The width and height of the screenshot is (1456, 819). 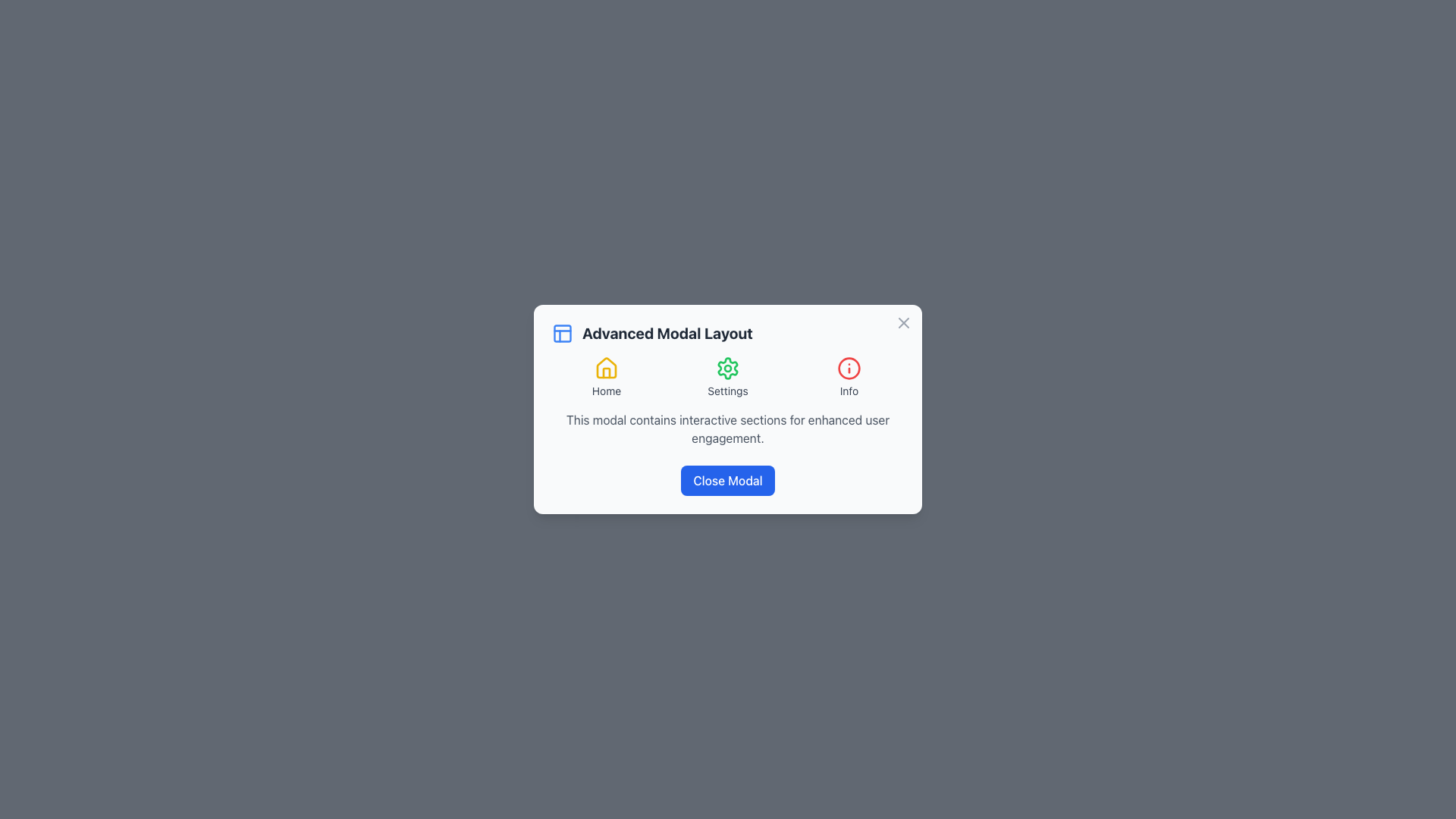 What do you see at coordinates (728, 409) in the screenshot?
I see `the sections 'Home', 'Settings', or 'Info' in the modal window that appears centrally in the viewport` at bounding box center [728, 409].